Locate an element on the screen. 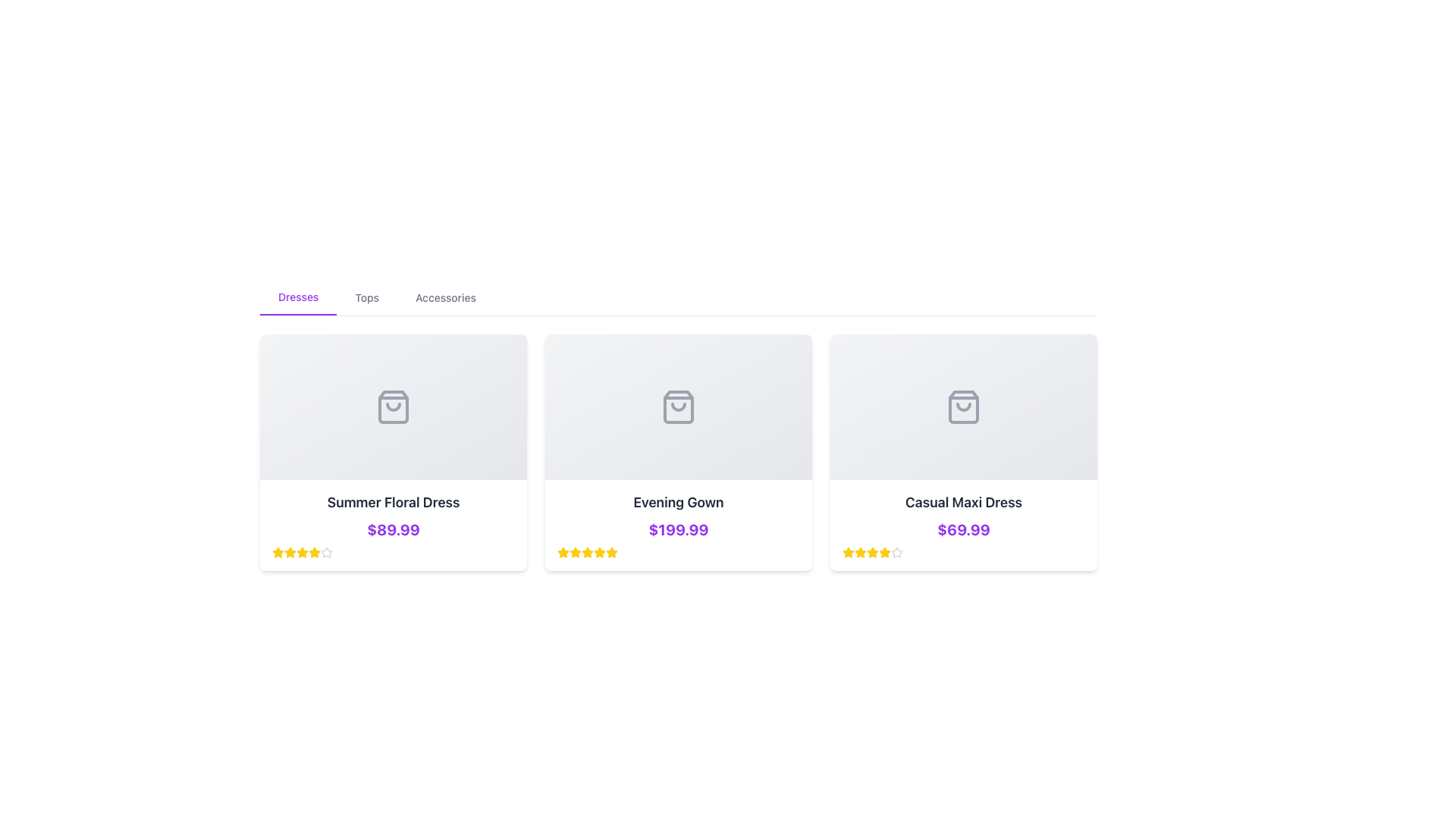  the shopping-related icon for the product 'Evening Gown', which is located at the center of the second tile in a row of three tiles, above the text and price is located at coordinates (677, 406).